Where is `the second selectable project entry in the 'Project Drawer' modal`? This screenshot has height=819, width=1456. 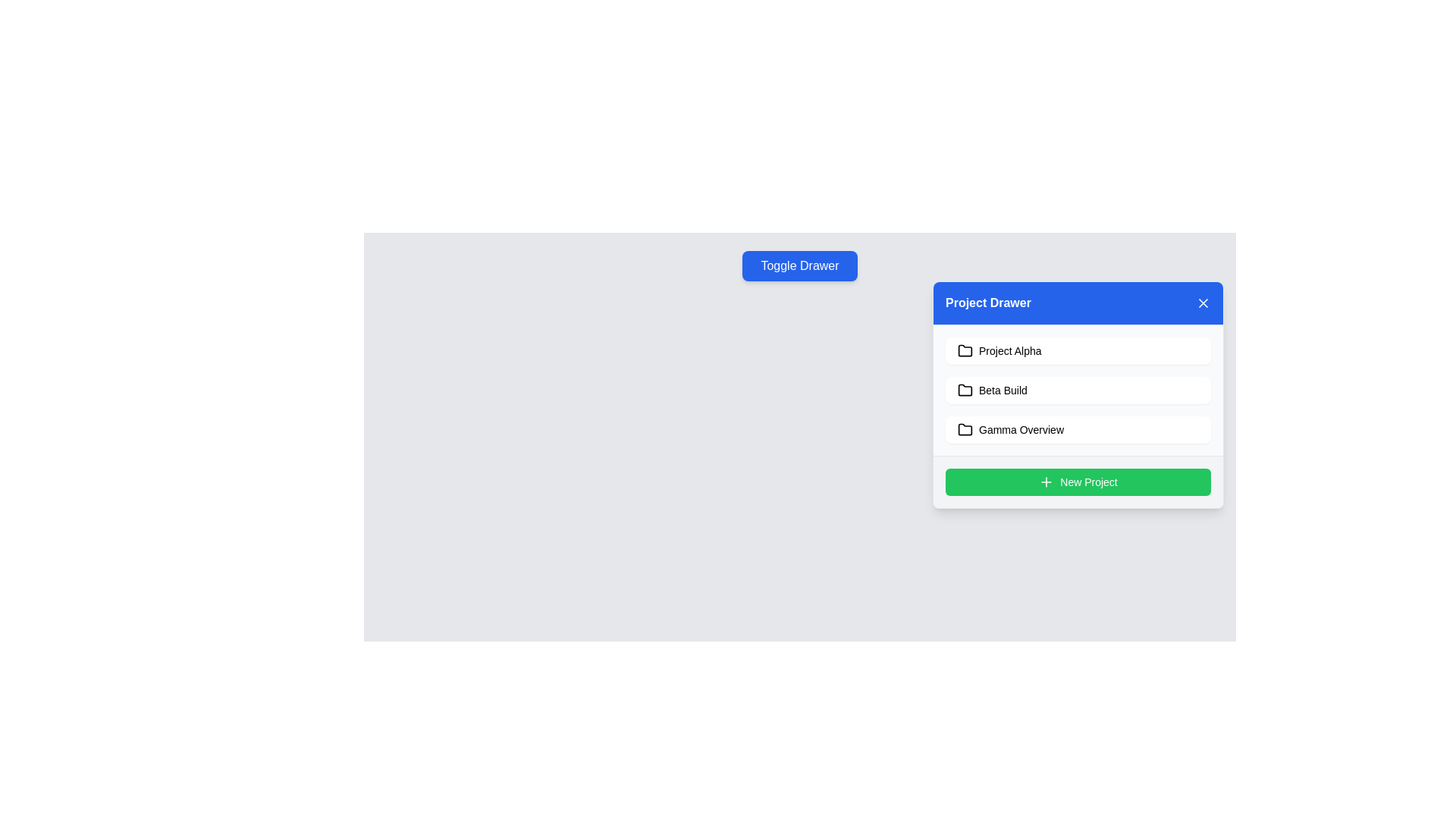
the second selectable project entry in the 'Project Drawer' modal is located at coordinates (1077, 390).